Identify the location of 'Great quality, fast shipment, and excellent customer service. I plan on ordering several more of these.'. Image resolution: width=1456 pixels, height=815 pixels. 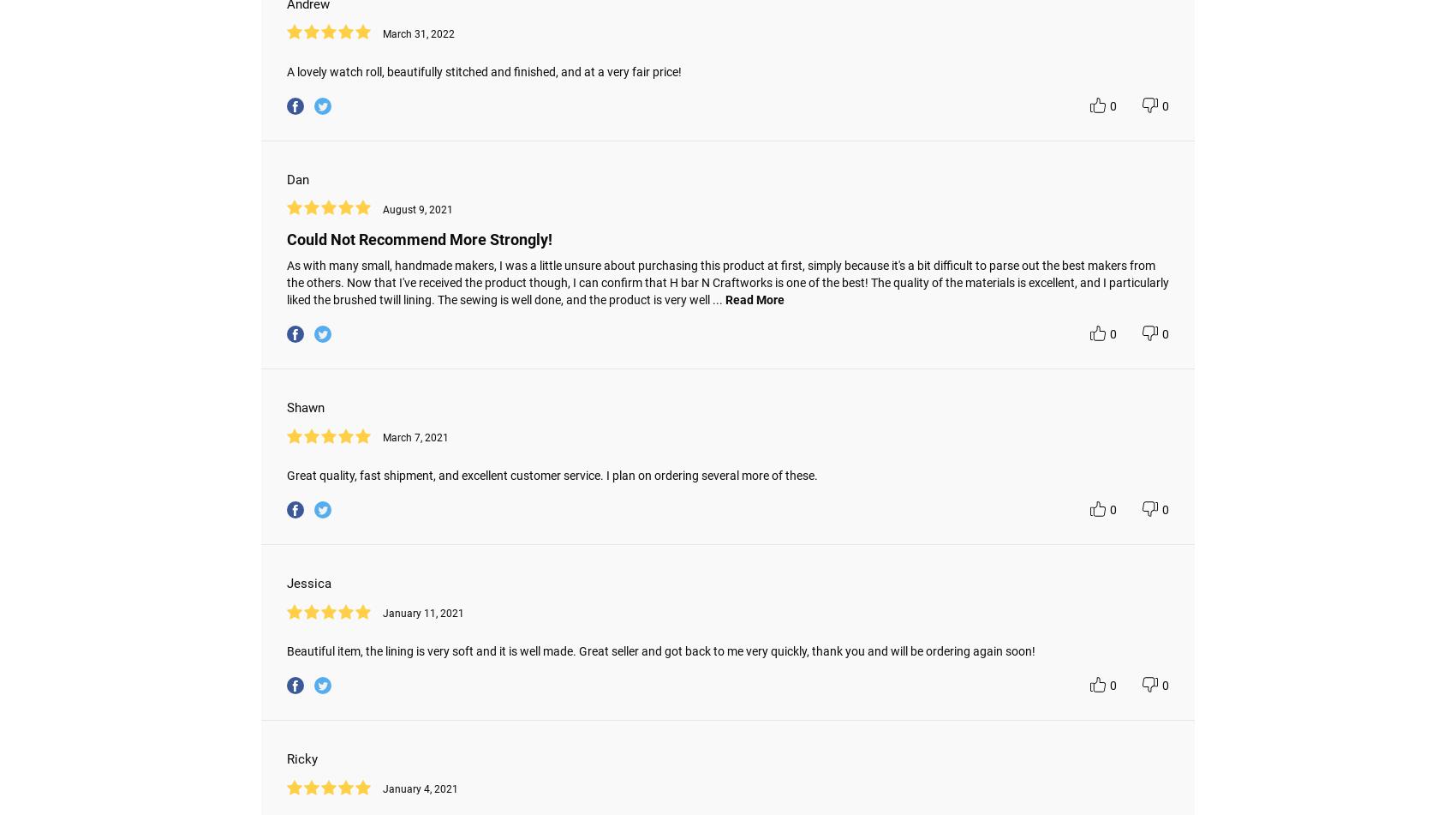
(552, 475).